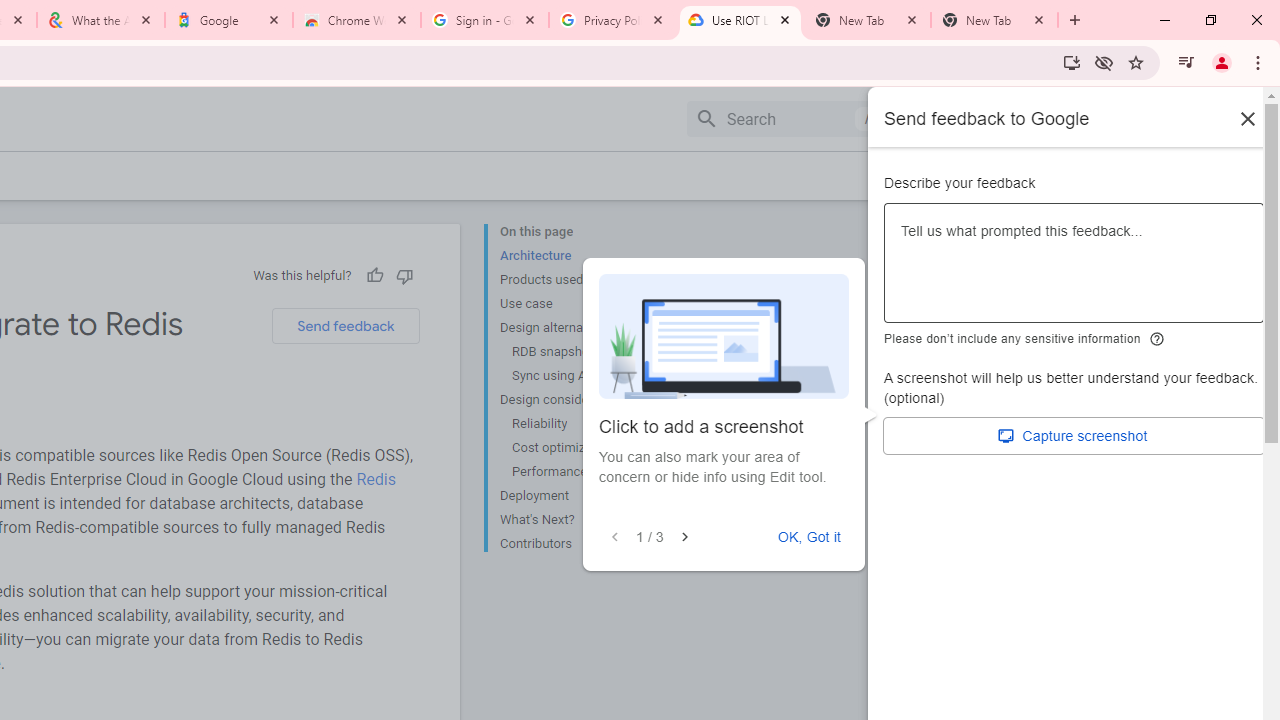 The image size is (1280, 720). What do you see at coordinates (585, 423) in the screenshot?
I see `'Reliability'` at bounding box center [585, 423].